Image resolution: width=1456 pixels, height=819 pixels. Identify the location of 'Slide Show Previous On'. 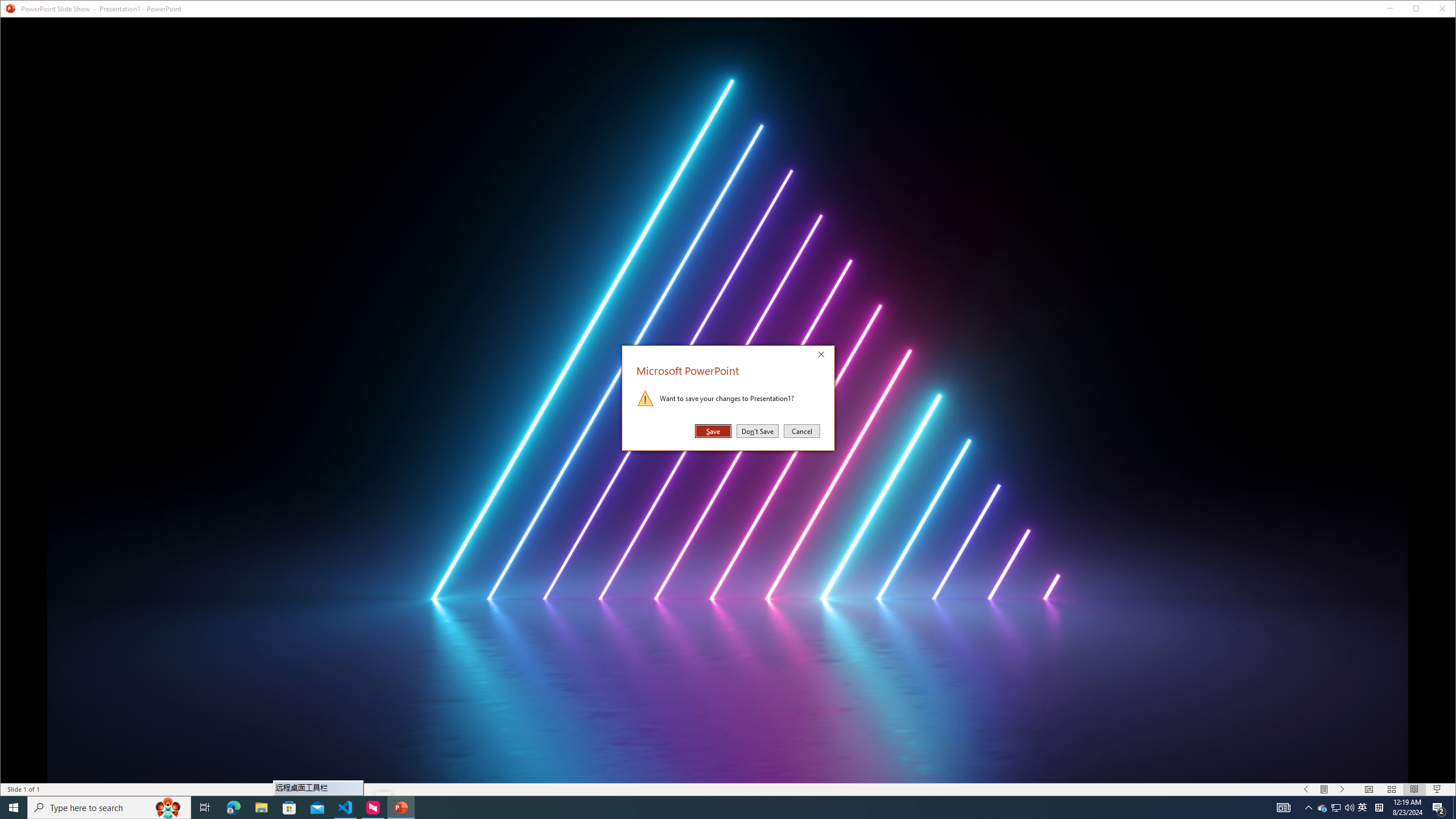
(1306, 789).